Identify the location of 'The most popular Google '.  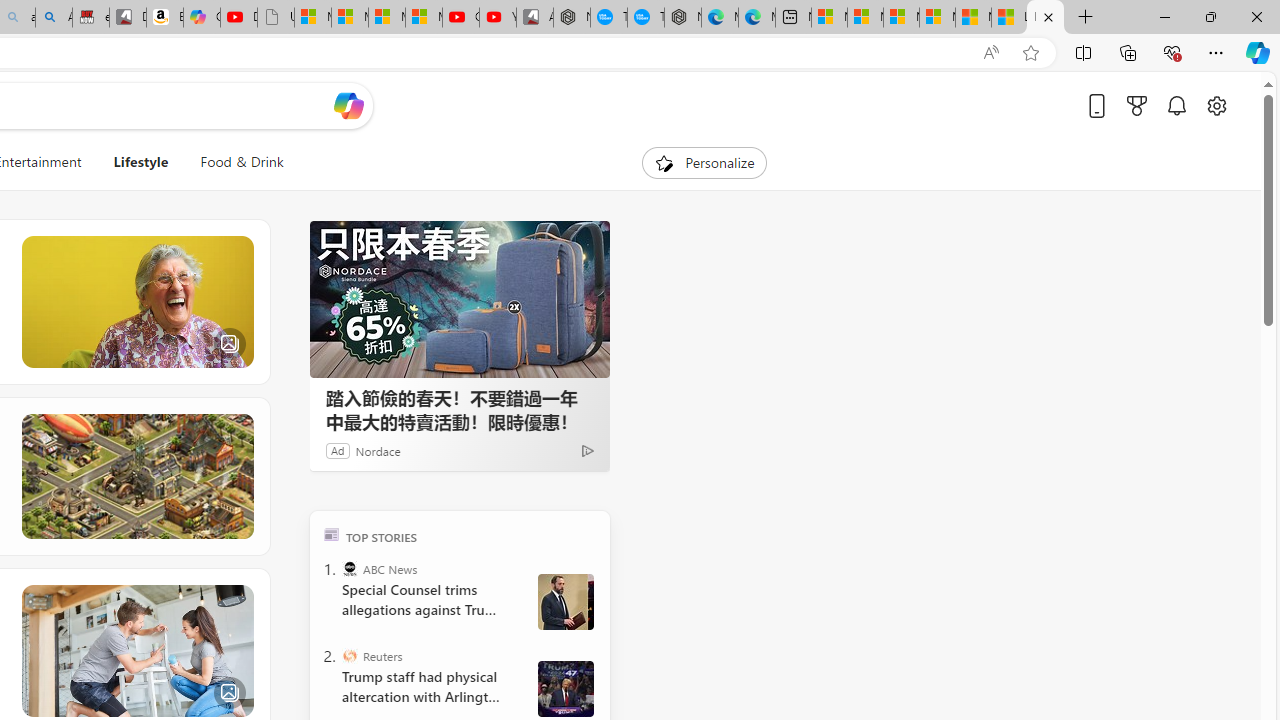
(646, 17).